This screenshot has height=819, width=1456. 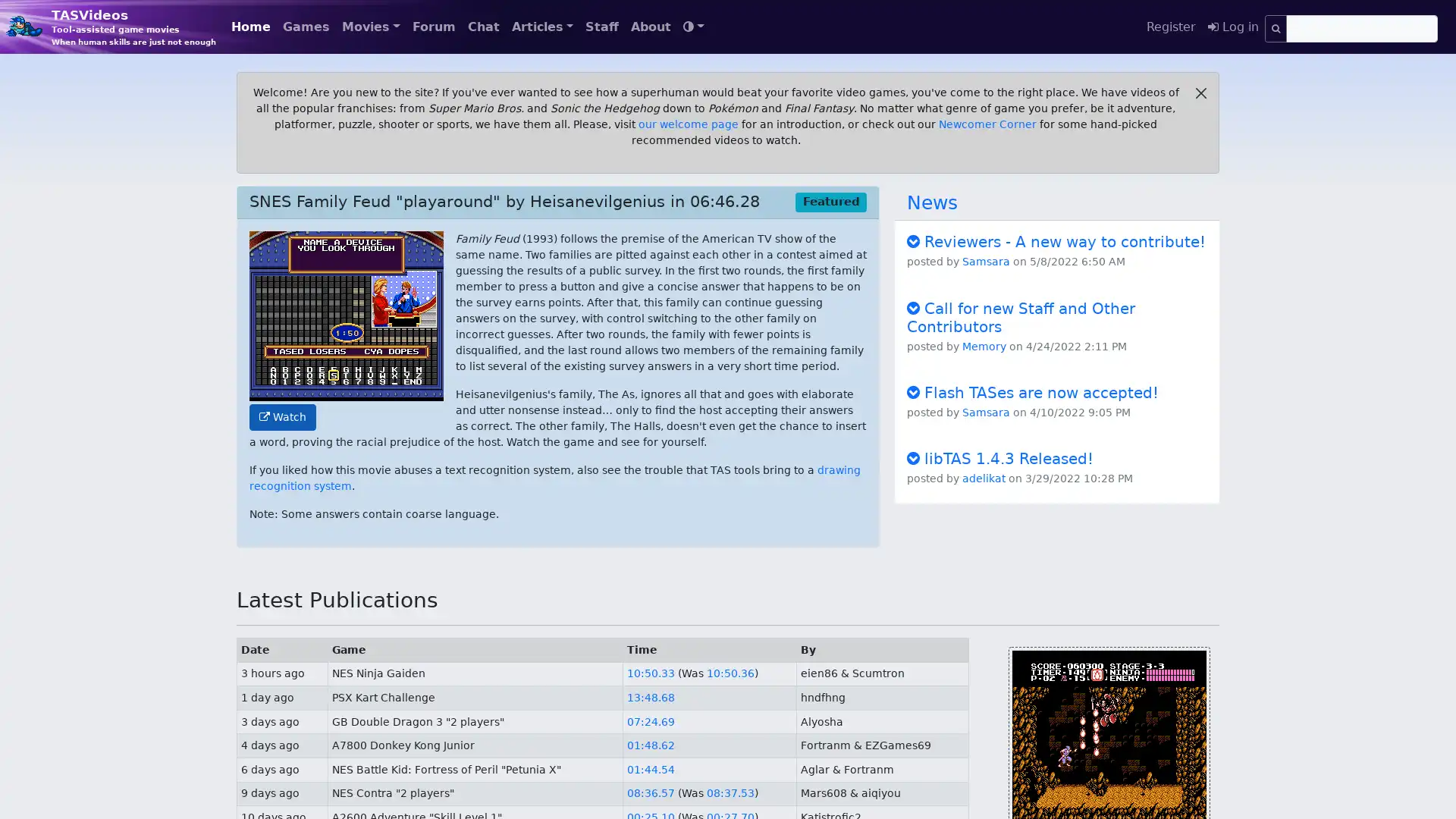 I want to click on libTAS 1.4.3 Released!, so click(x=1000, y=457).